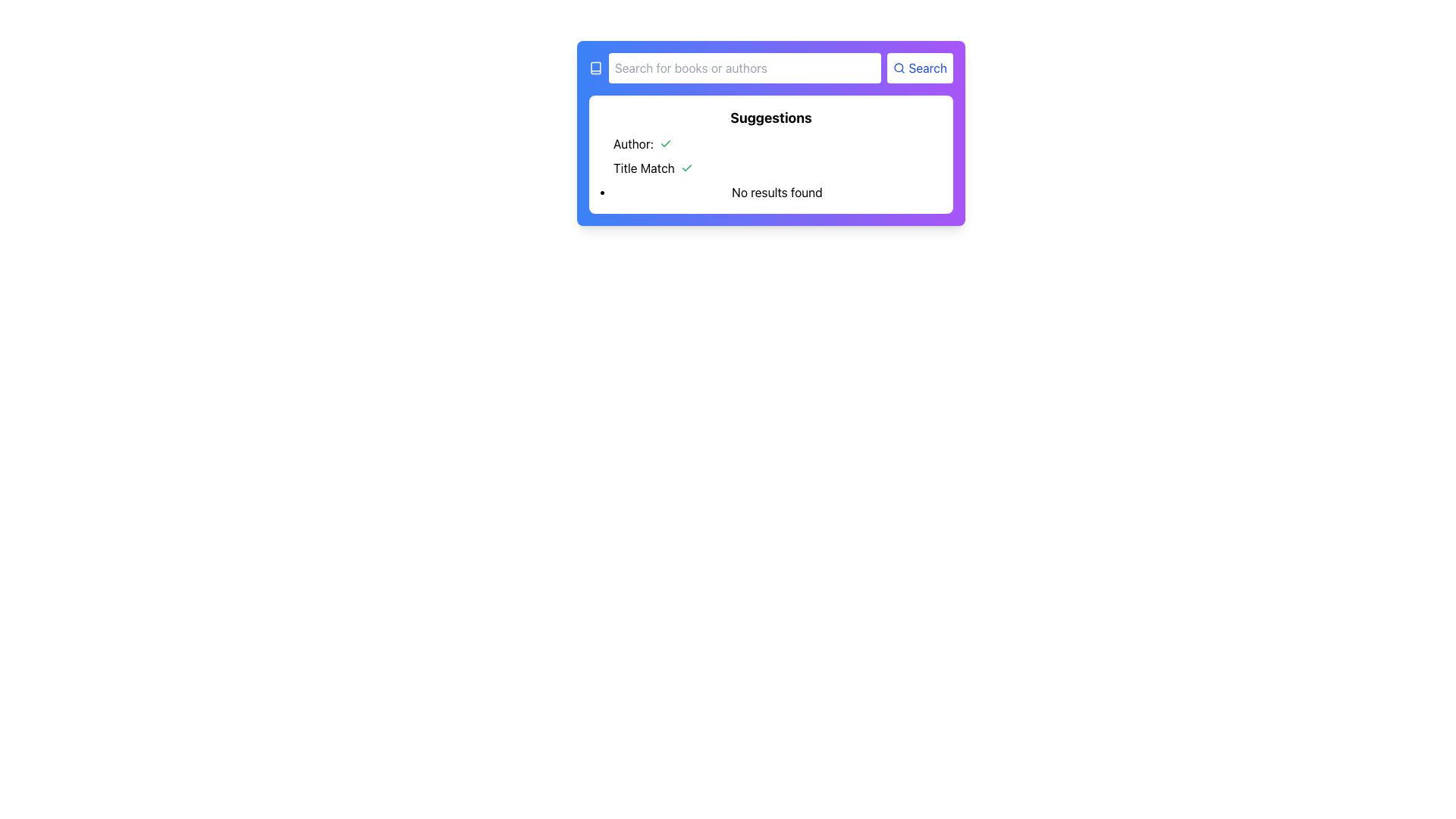  What do you see at coordinates (745, 67) in the screenshot?
I see `the text input field styled with rounded corners that has a placeholder saying 'Search for books or authors' to focus on it` at bounding box center [745, 67].